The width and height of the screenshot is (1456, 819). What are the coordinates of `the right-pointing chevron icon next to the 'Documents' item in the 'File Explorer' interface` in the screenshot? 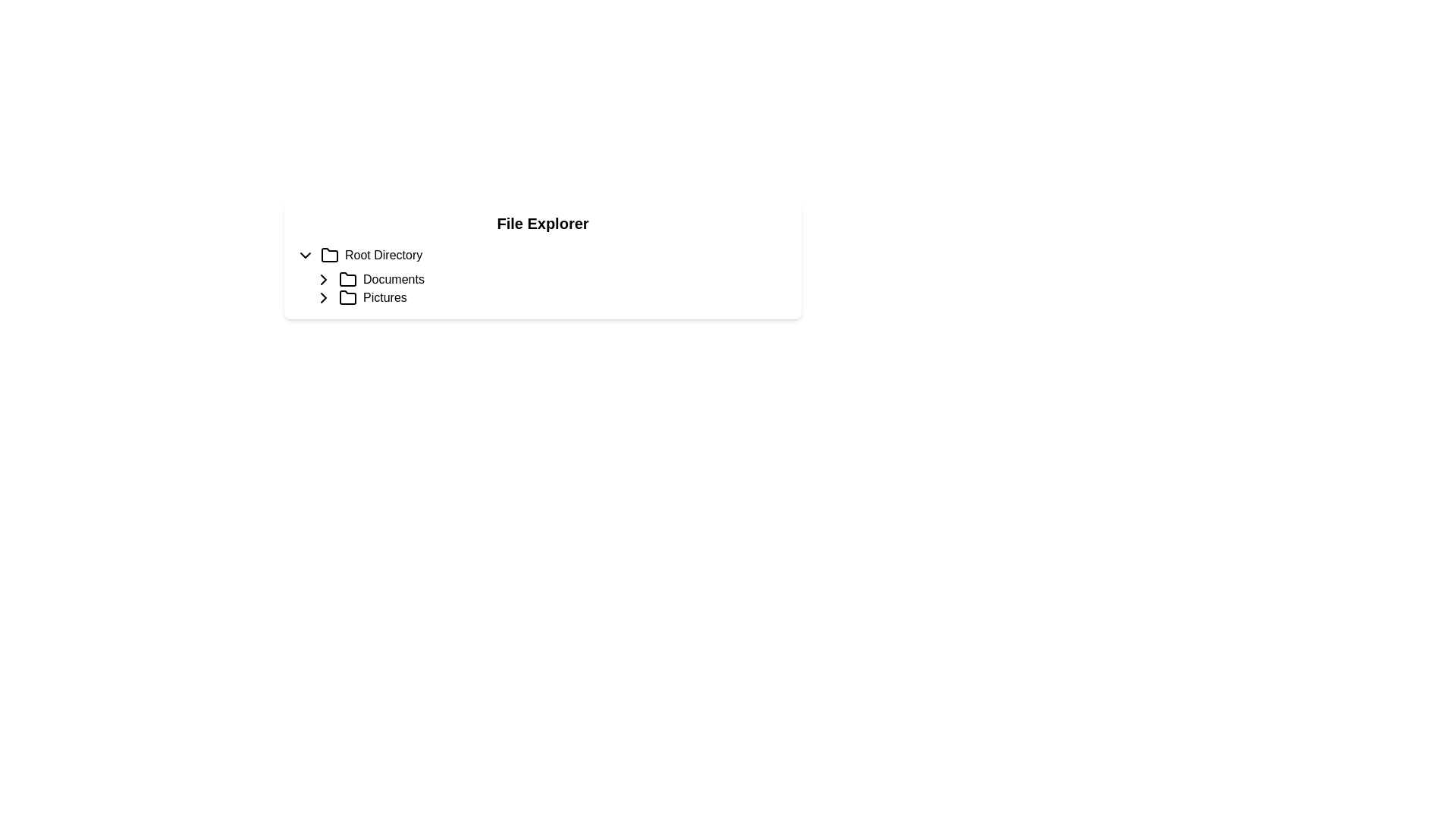 It's located at (323, 280).